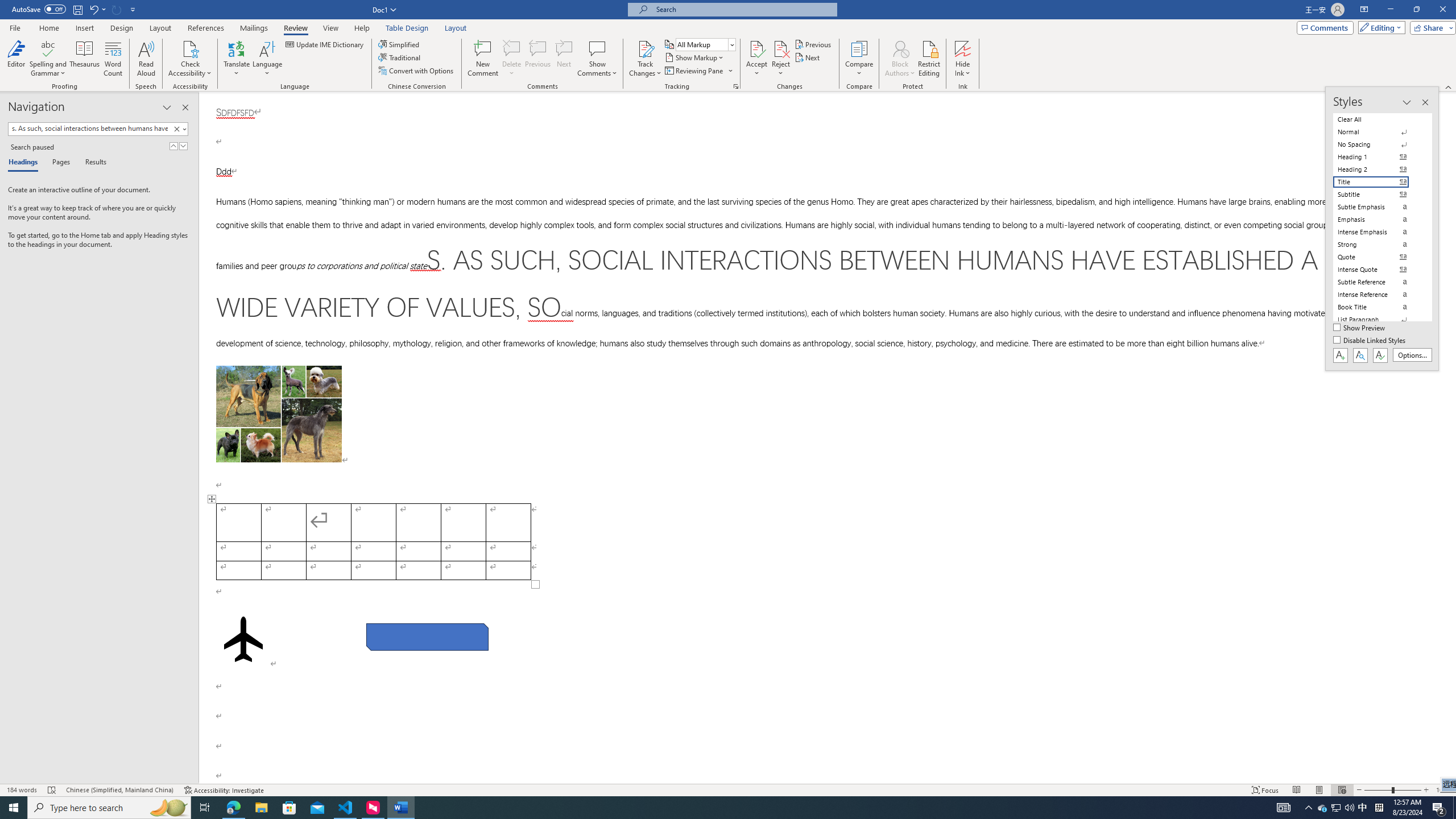 Image resolution: width=1456 pixels, height=819 pixels. I want to click on 'Book Title', so click(1378, 307).